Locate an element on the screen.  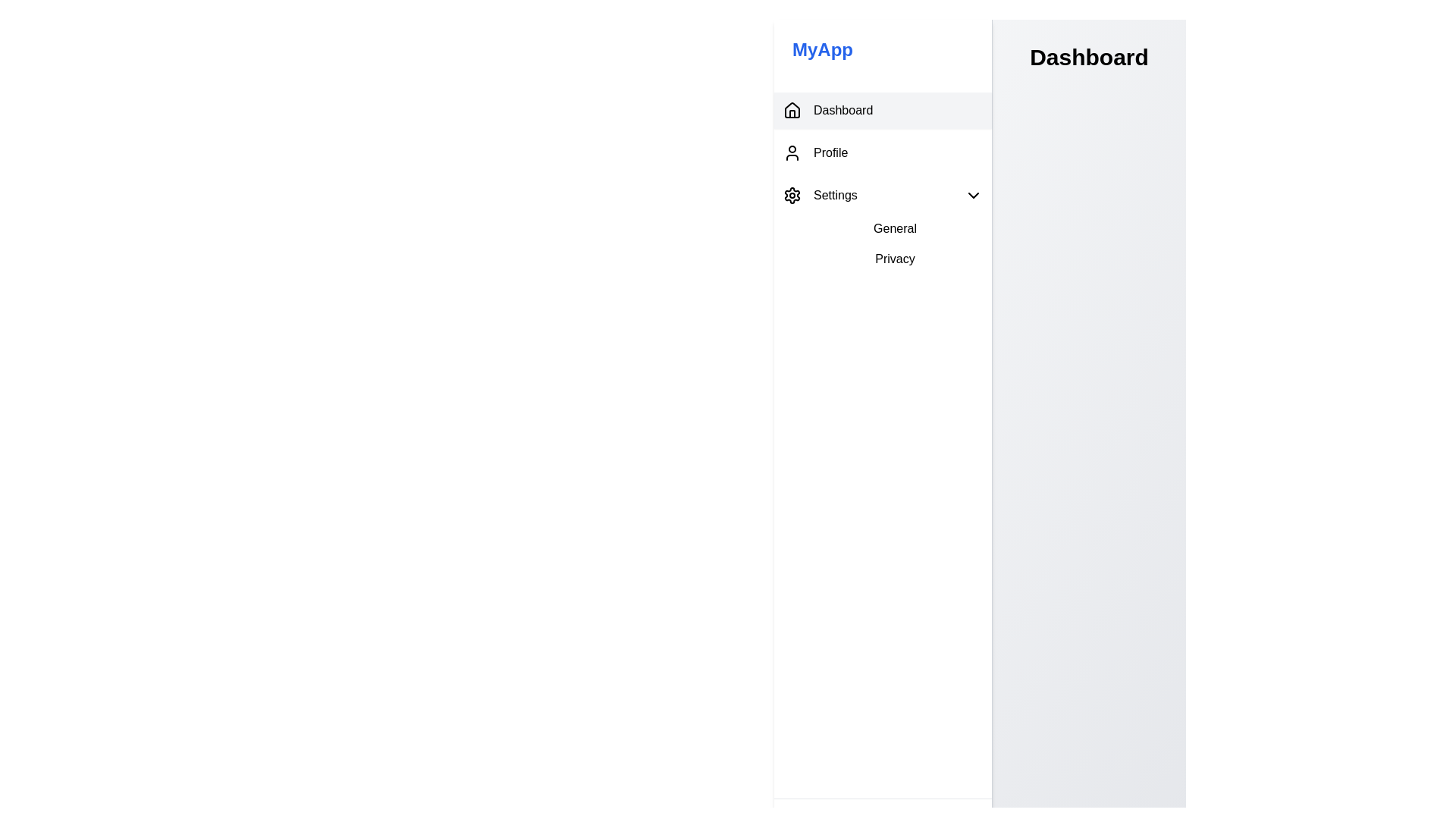
the Text label located at the top of the sidebar, serving as the branding identifier for the application is located at coordinates (883, 49).